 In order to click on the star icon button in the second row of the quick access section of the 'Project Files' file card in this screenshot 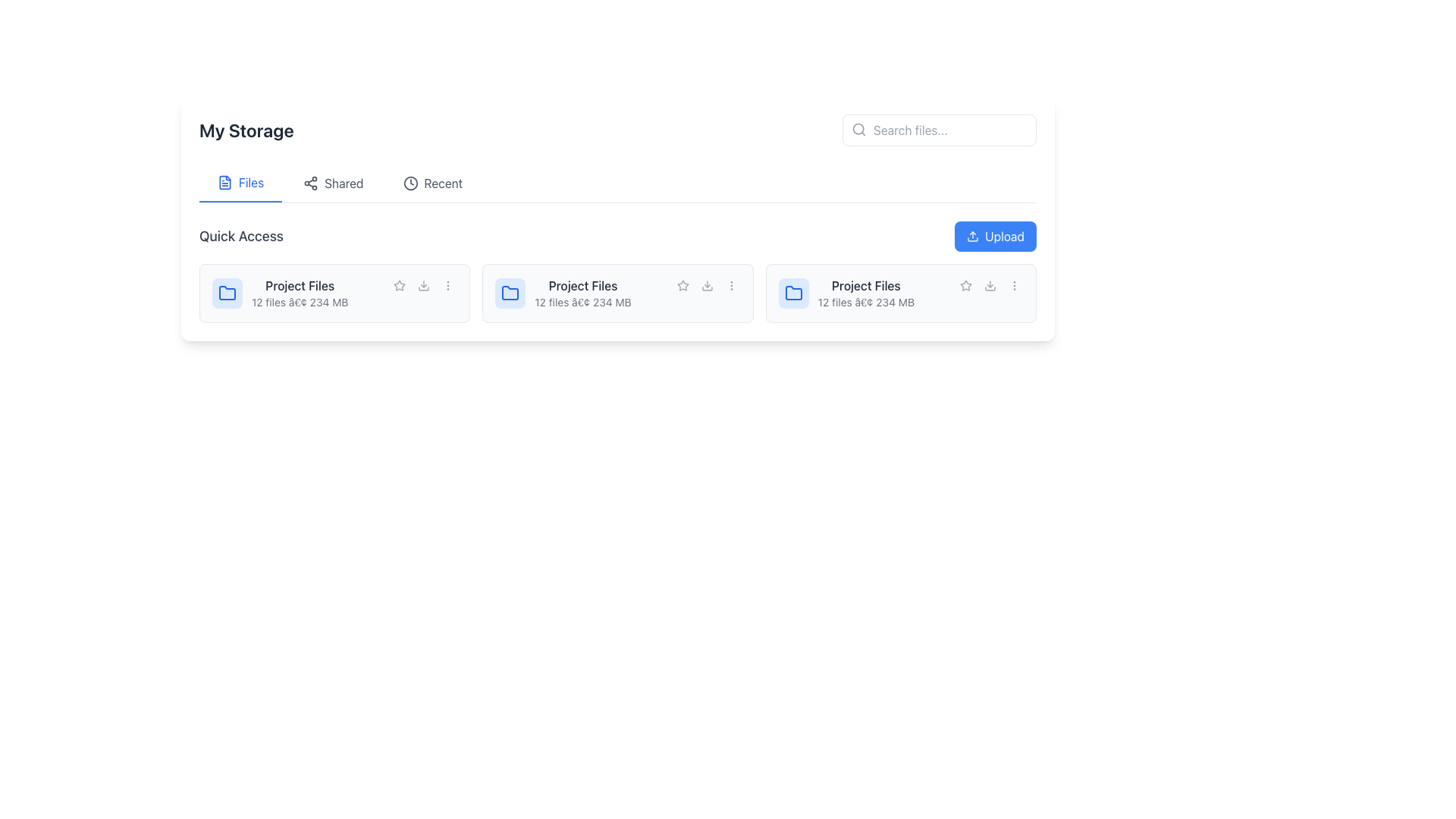, I will do `click(965, 286)`.